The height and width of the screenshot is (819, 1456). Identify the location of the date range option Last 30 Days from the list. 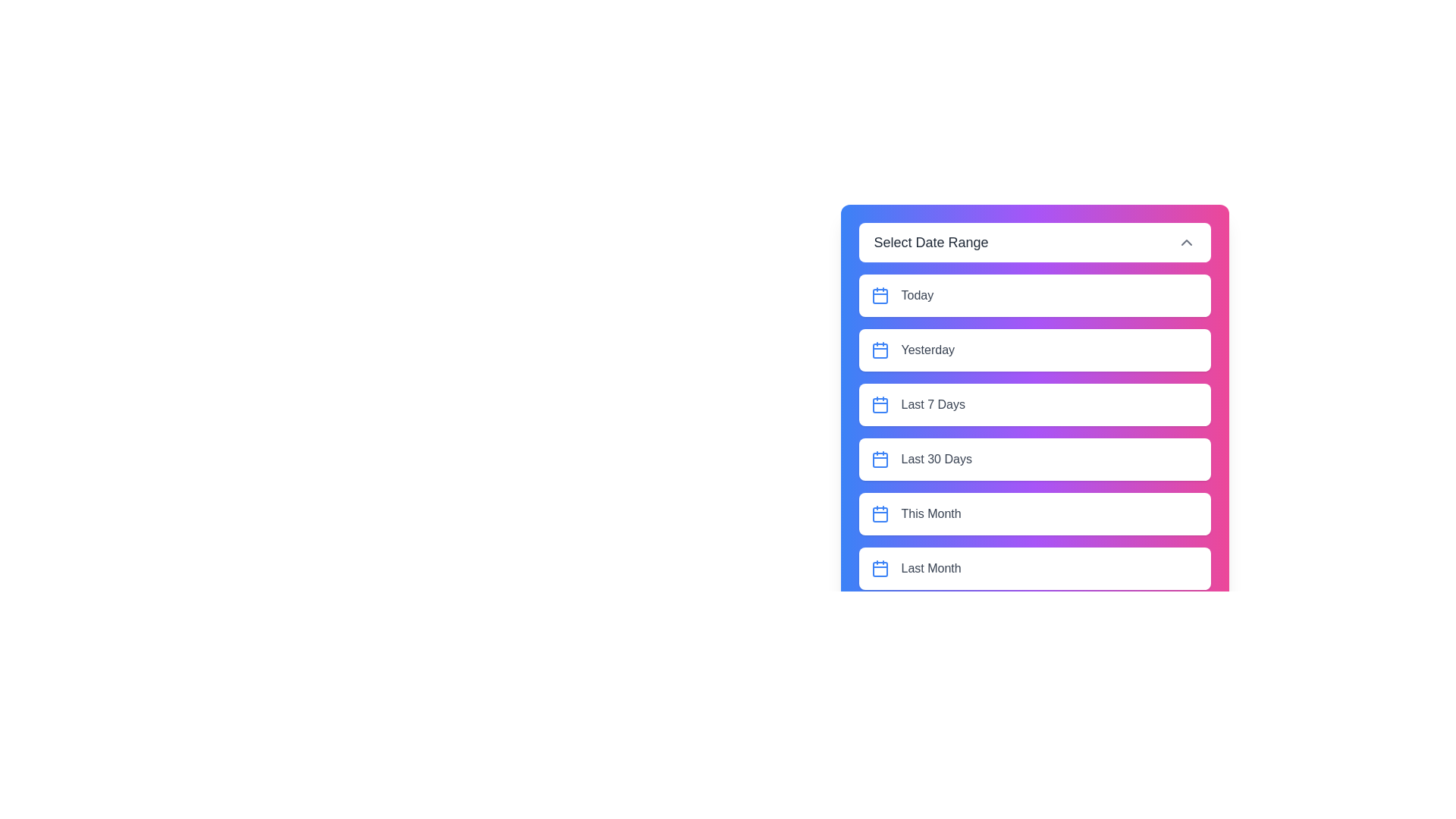
(1034, 458).